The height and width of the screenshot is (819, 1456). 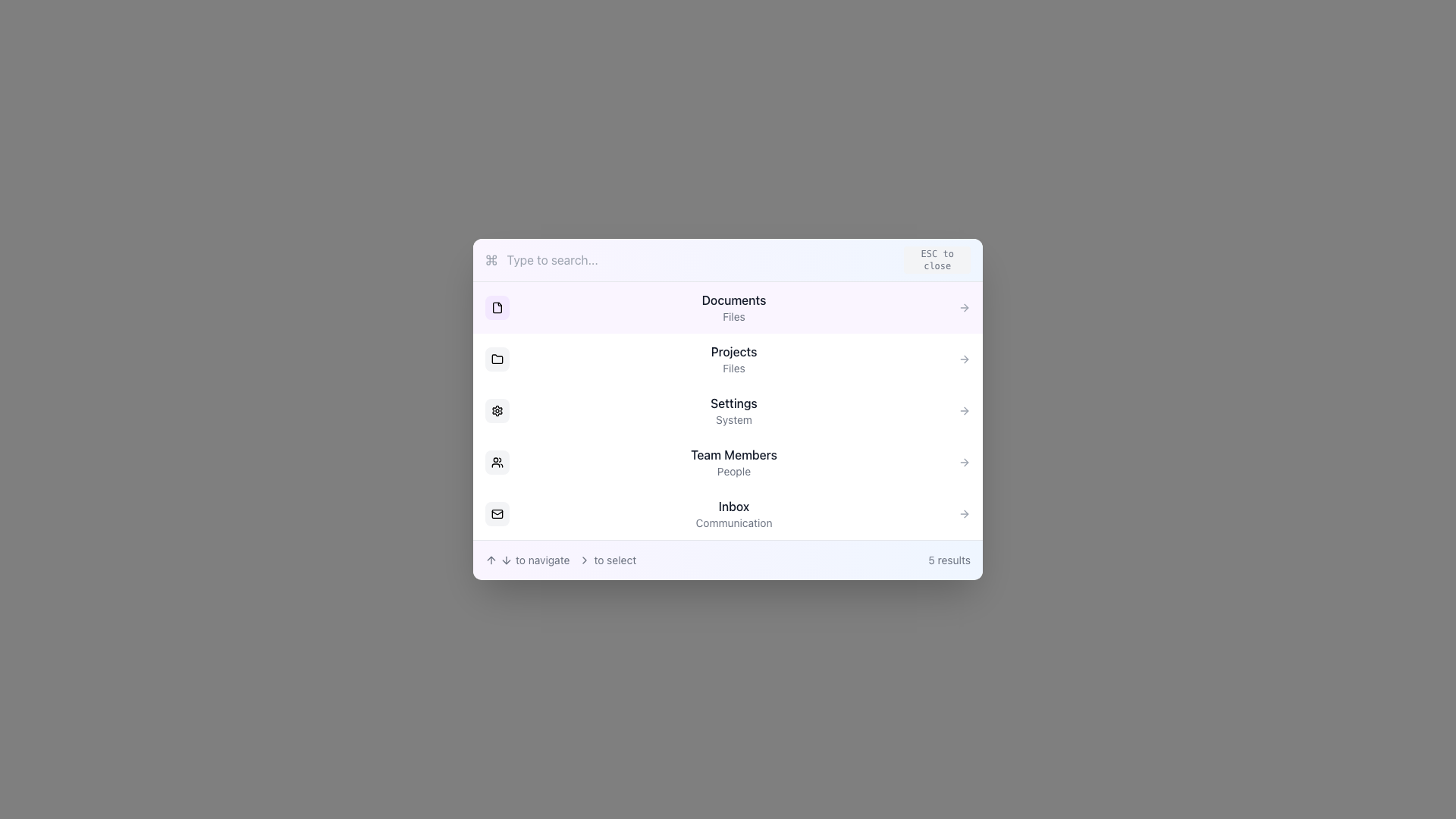 What do you see at coordinates (728, 513) in the screenshot?
I see `the rectangular section of the dropdown menu that displays 'Inbox' and 'Communication'` at bounding box center [728, 513].